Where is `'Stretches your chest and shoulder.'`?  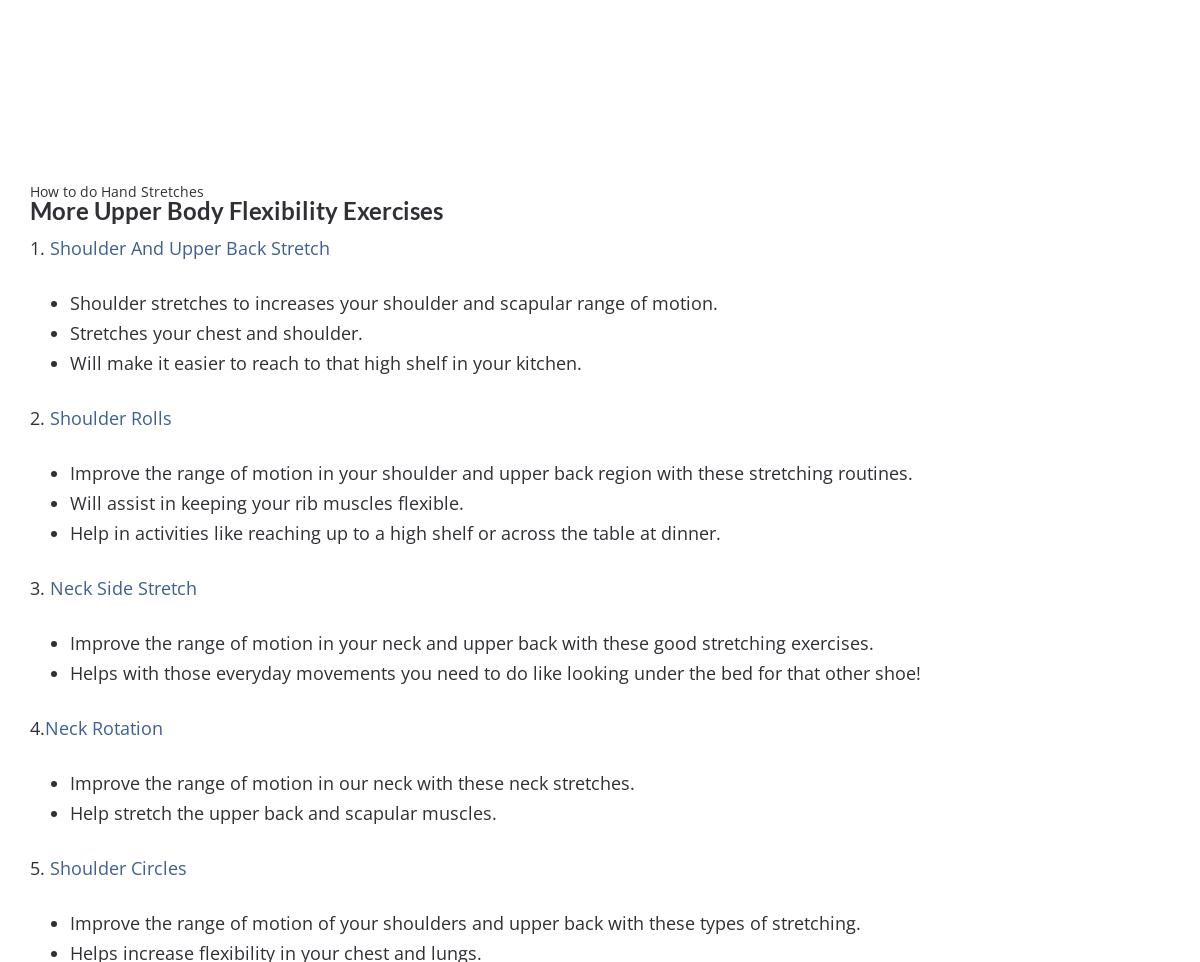
'Stretches your chest and shoulder.' is located at coordinates (215, 330).